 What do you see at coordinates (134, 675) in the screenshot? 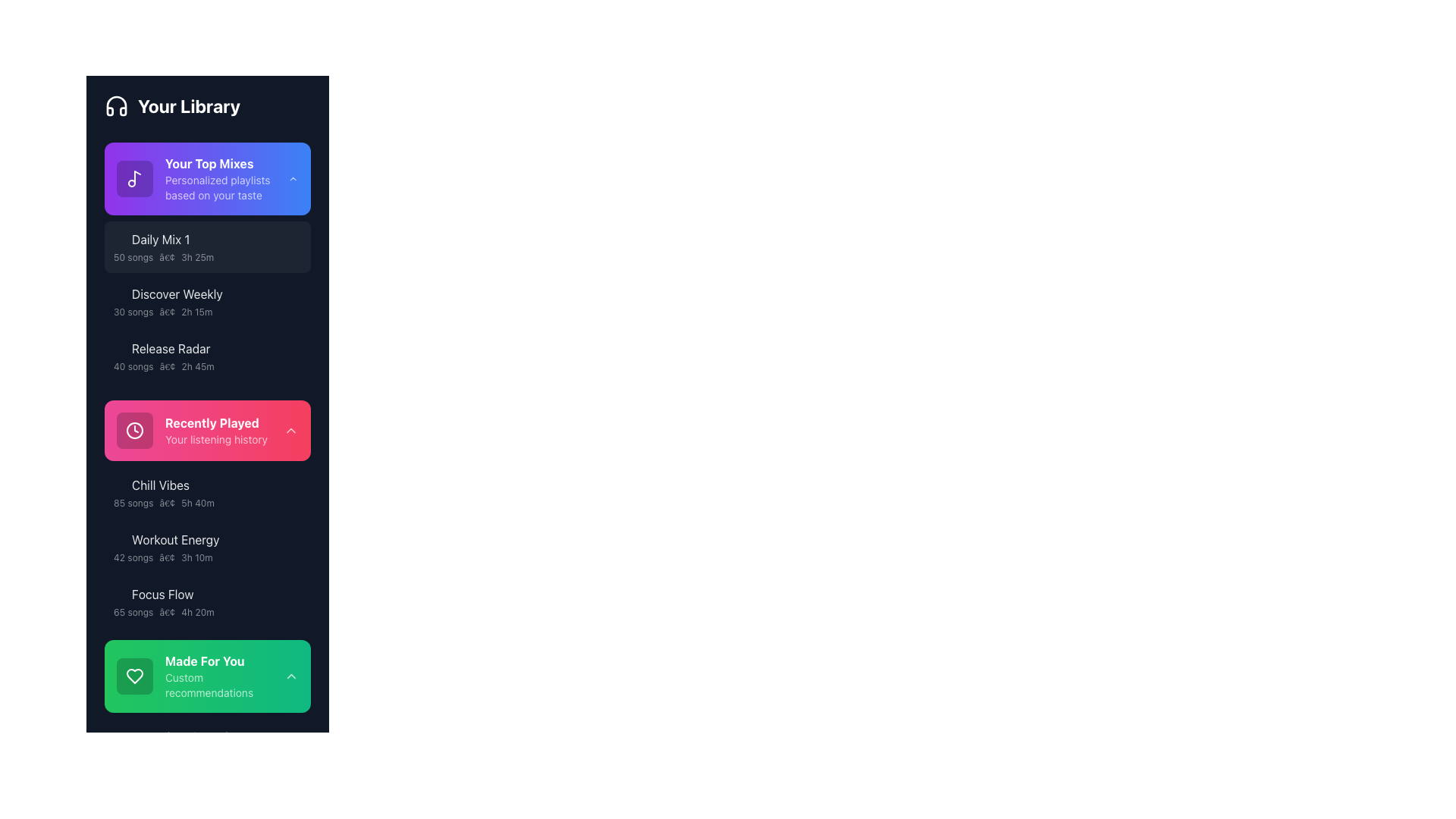
I see `the heart icon styled in an outlined design, which is located in the lower green section labeled 'Made For You' on the left side menu` at bounding box center [134, 675].